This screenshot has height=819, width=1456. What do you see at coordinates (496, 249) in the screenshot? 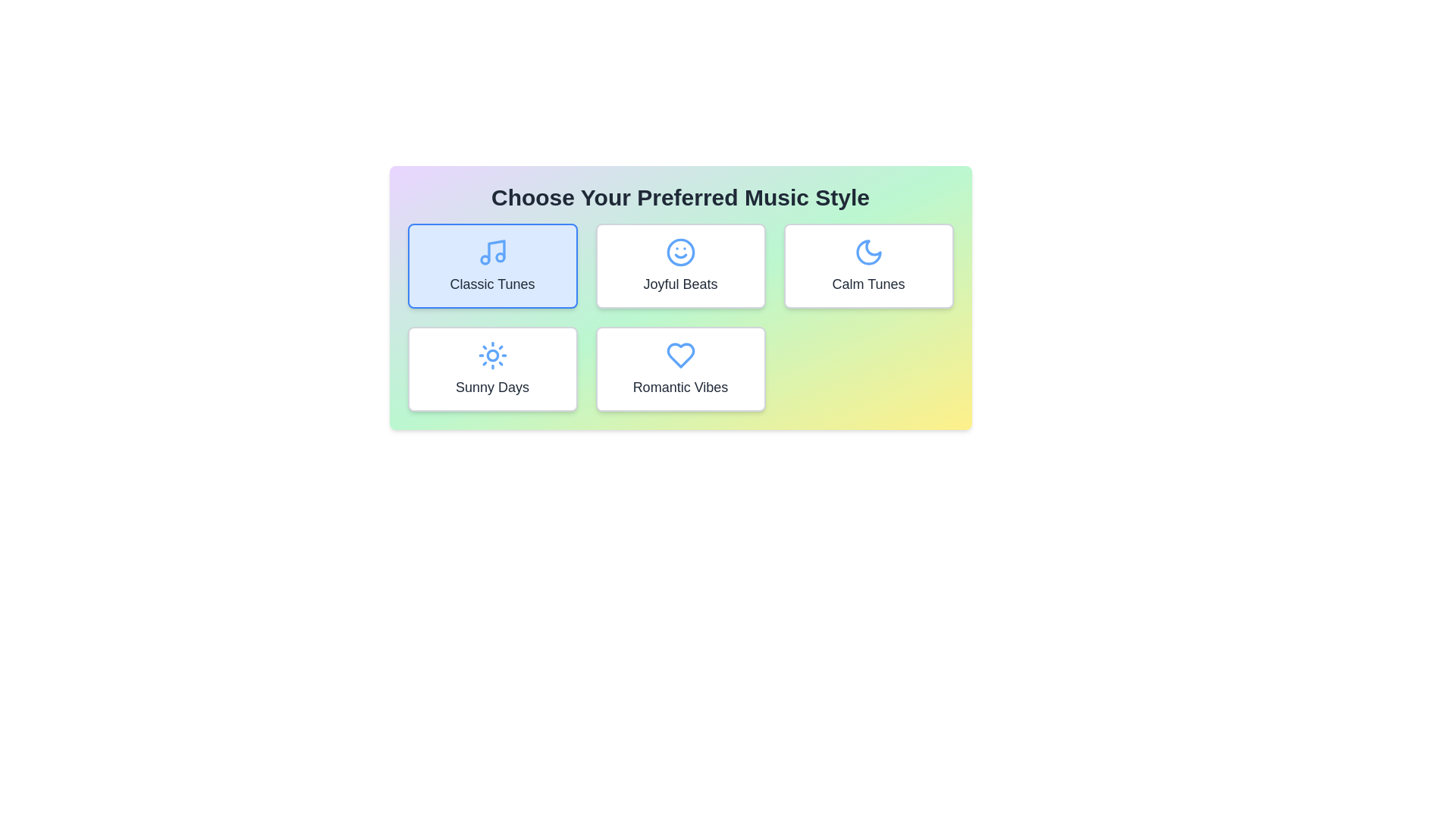
I see `the musical note icon rendered in a blue-themed style located in the 'Classic Tunes' section at the top-left of the selection panel` at bounding box center [496, 249].